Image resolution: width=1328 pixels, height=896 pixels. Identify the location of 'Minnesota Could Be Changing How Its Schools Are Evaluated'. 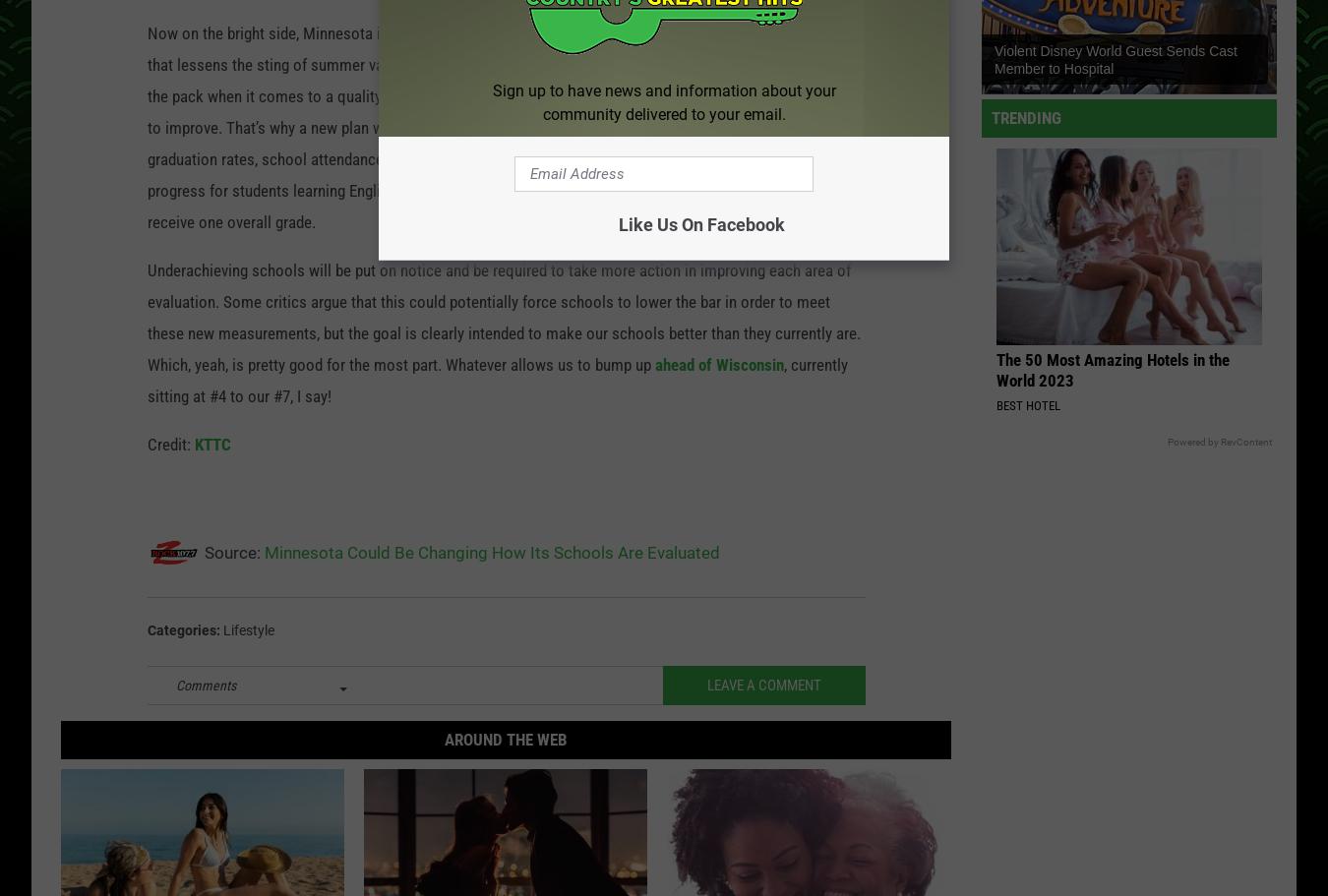
(264, 556).